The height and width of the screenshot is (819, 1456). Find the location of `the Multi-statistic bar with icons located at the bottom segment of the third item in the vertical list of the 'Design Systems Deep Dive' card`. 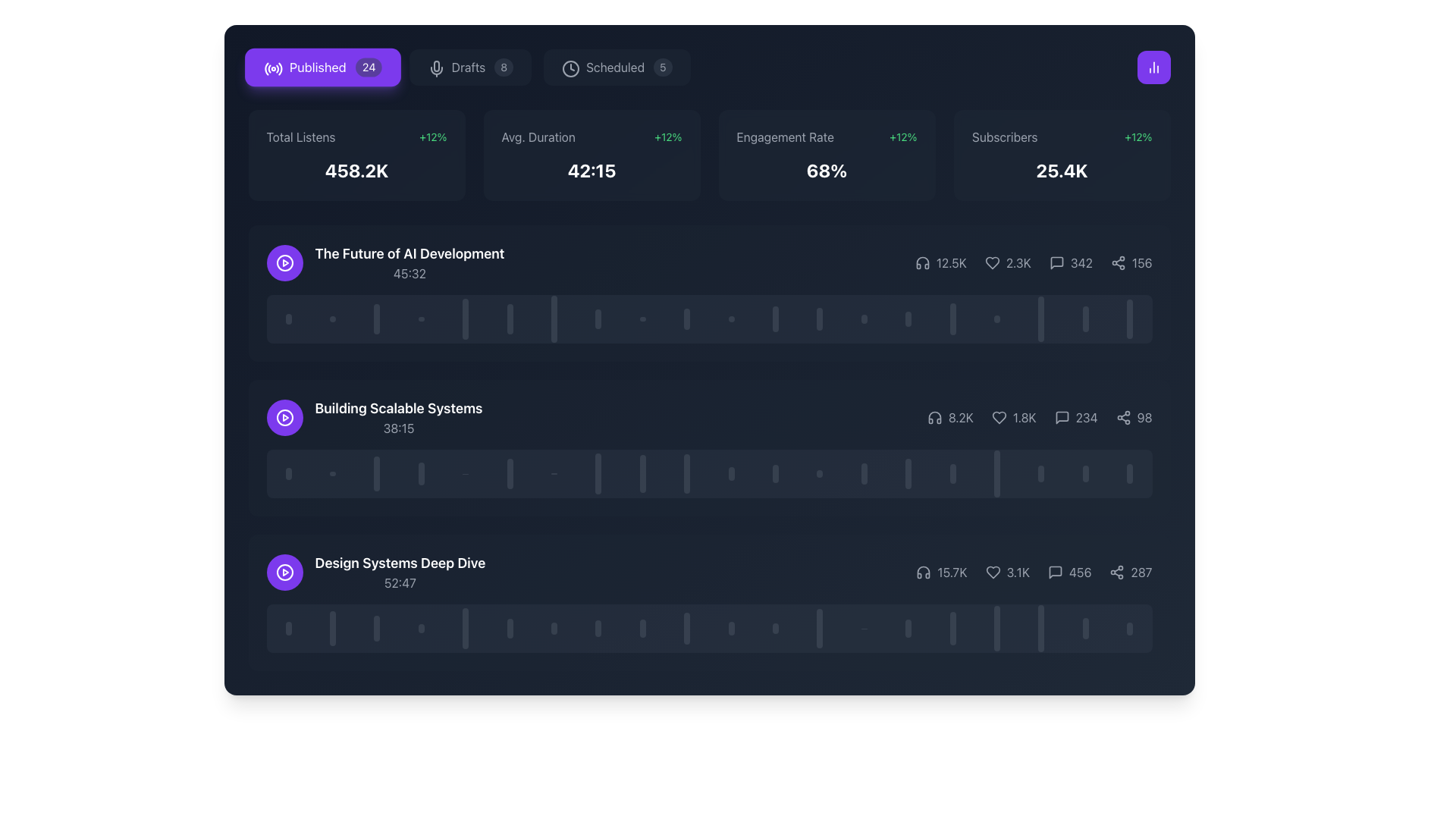

the Multi-statistic bar with icons located at the bottom segment of the third item in the vertical list of the 'Design Systems Deep Dive' card is located at coordinates (1033, 573).